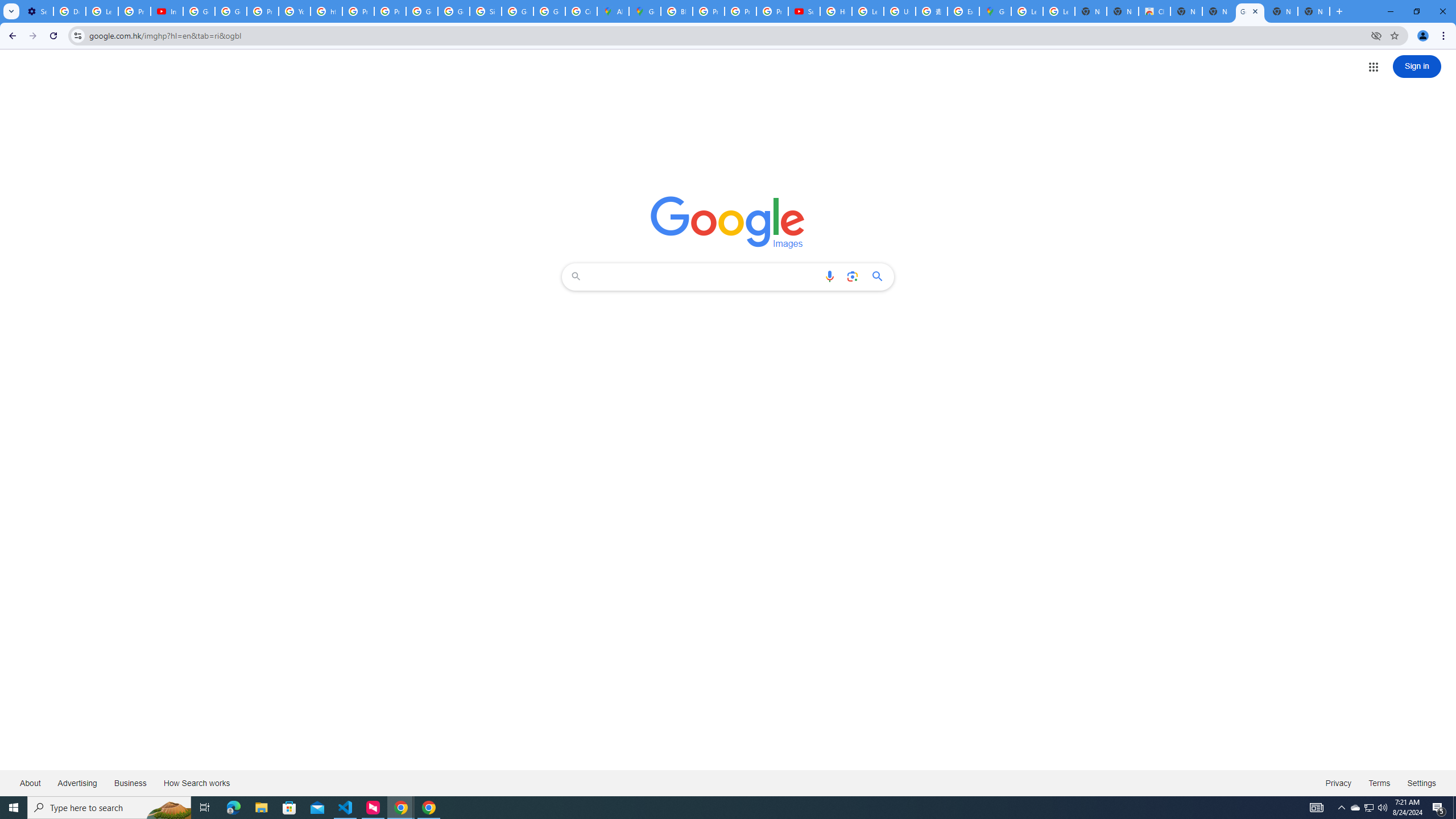 This screenshot has height=819, width=1456. Describe the element at coordinates (994, 11) in the screenshot. I see `'Google Maps'` at that location.